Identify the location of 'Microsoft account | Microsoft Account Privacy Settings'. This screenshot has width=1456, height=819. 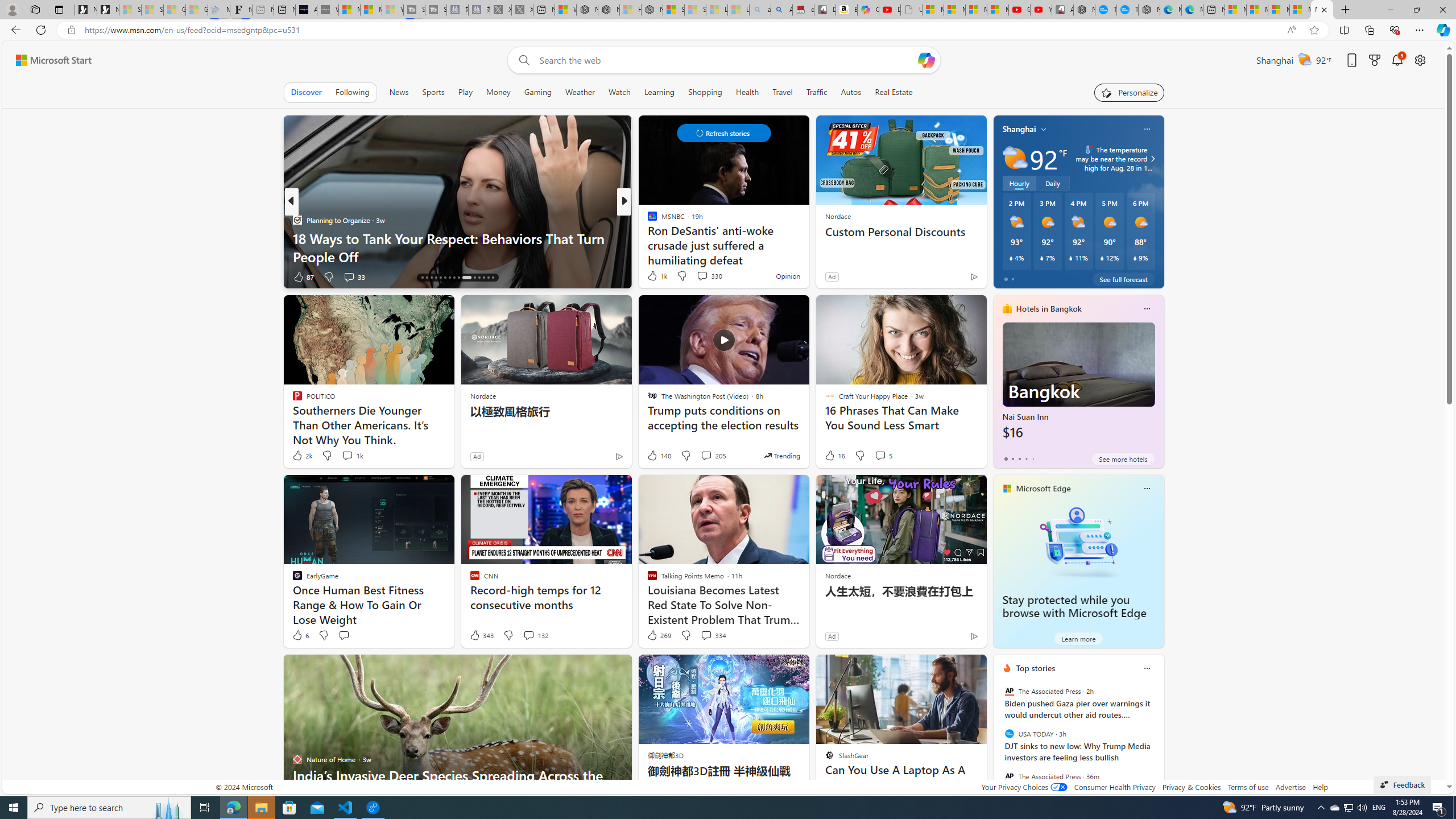
(1256, 9).